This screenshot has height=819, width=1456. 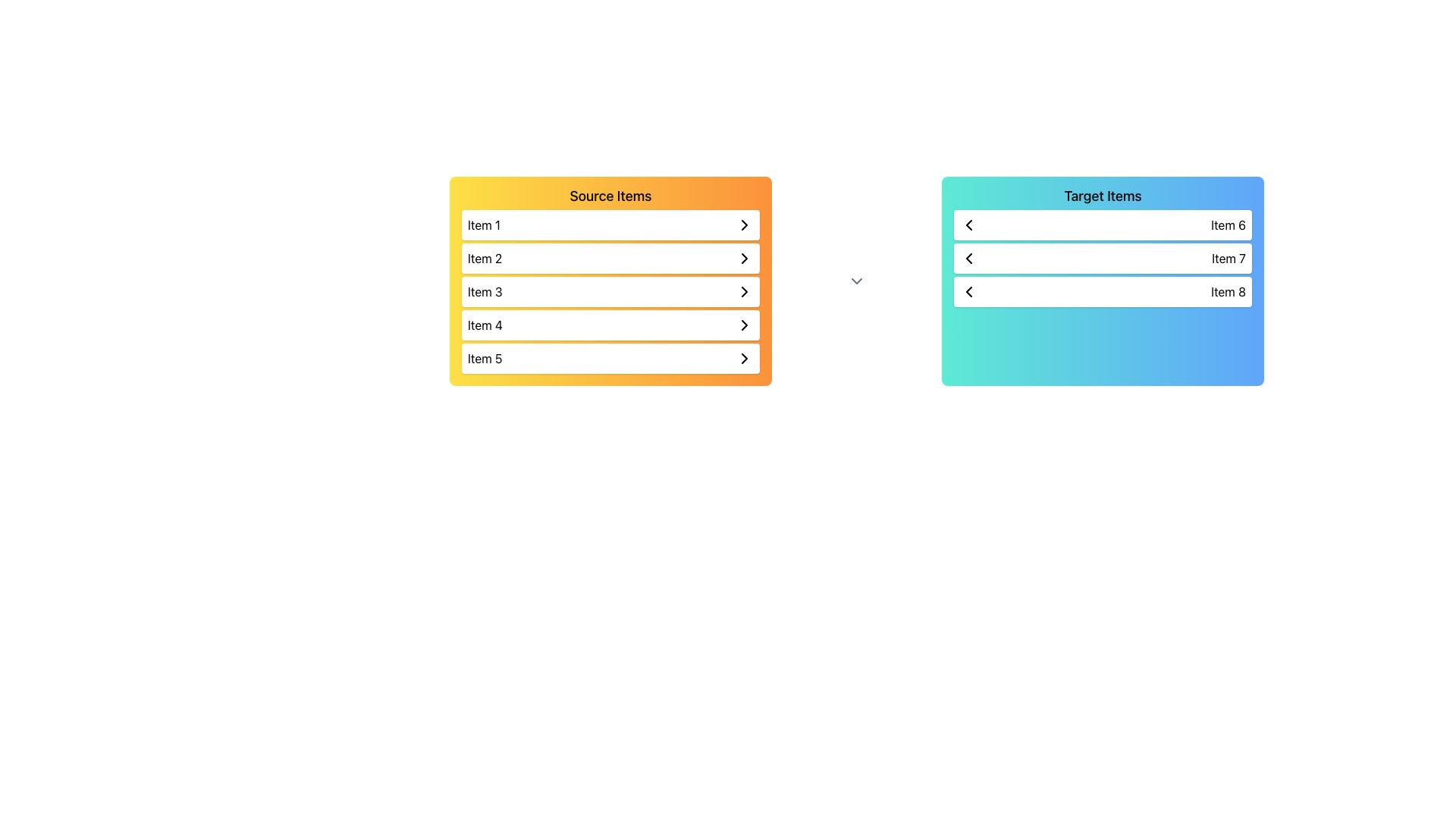 What do you see at coordinates (968, 257) in the screenshot?
I see `the left chevron icon located at the extreme left of the second row (Item 7) in the 'Target Items' list box` at bounding box center [968, 257].